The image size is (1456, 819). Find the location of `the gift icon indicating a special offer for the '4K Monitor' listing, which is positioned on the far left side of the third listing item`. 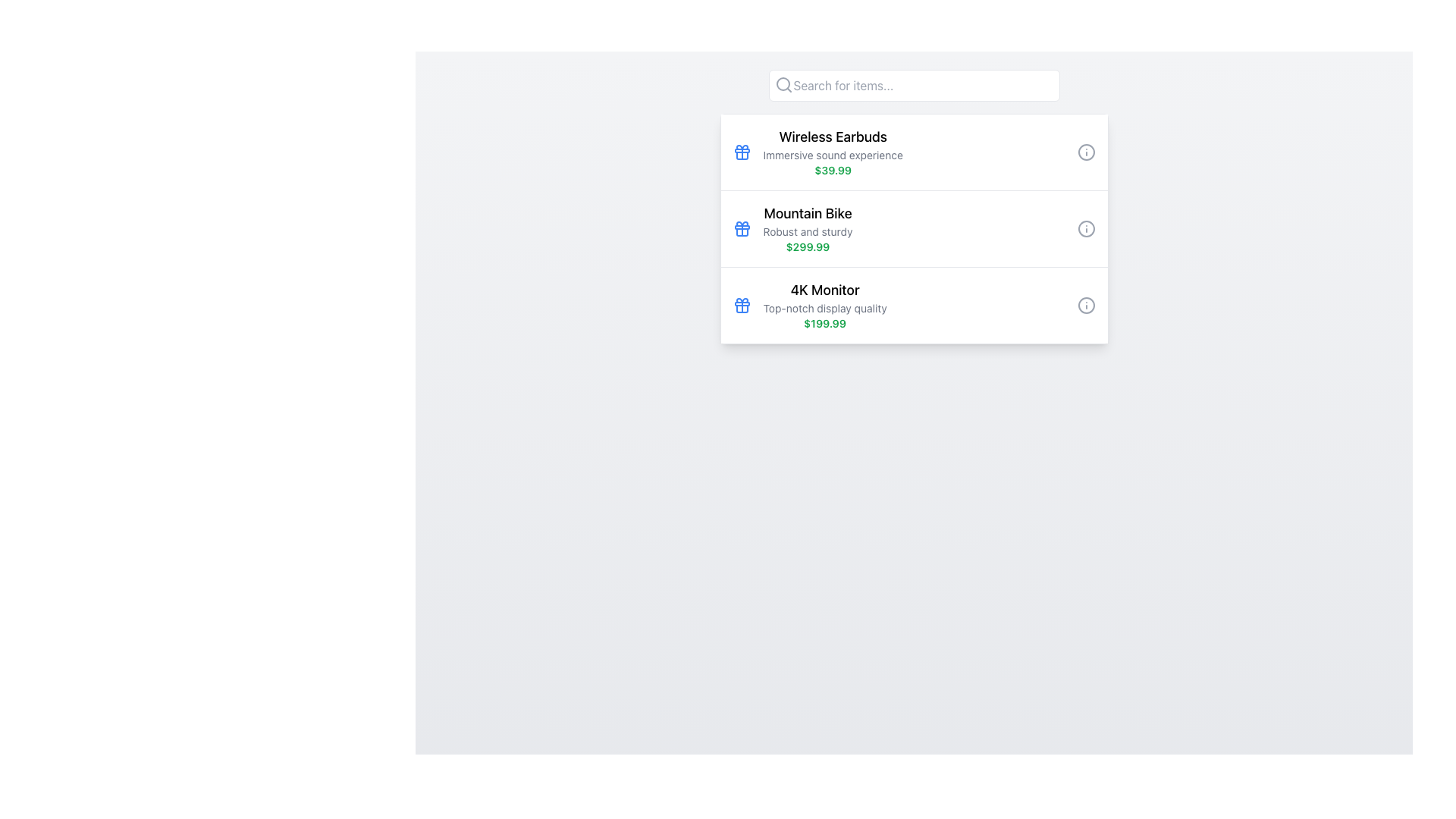

the gift icon indicating a special offer for the '4K Monitor' listing, which is positioned on the far left side of the third listing item is located at coordinates (742, 305).